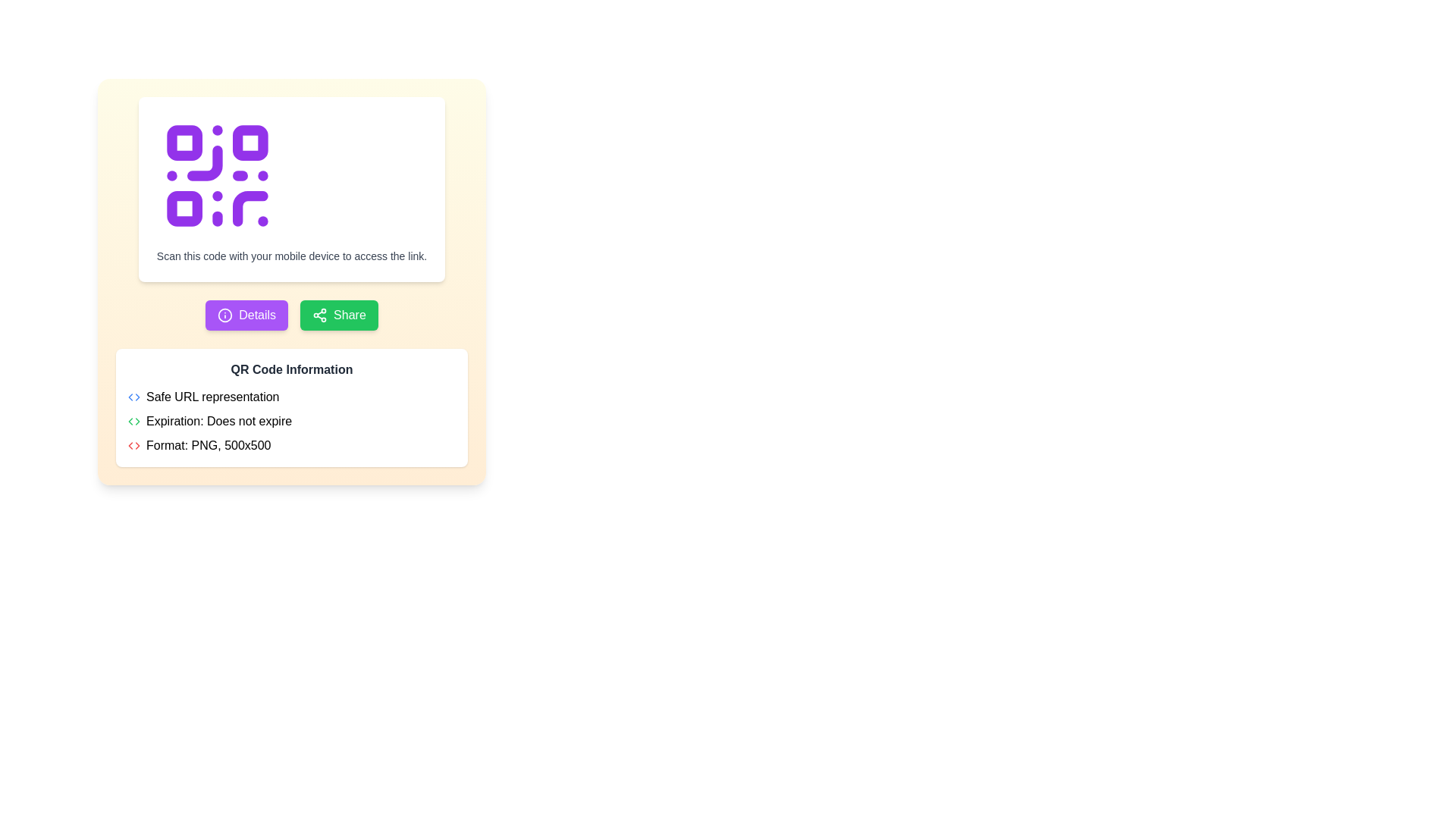 Image resolution: width=1456 pixels, height=819 pixels. What do you see at coordinates (246, 315) in the screenshot?
I see `the button positioned in the lower portion of the content card, to the left of the green 'Share' button` at bounding box center [246, 315].